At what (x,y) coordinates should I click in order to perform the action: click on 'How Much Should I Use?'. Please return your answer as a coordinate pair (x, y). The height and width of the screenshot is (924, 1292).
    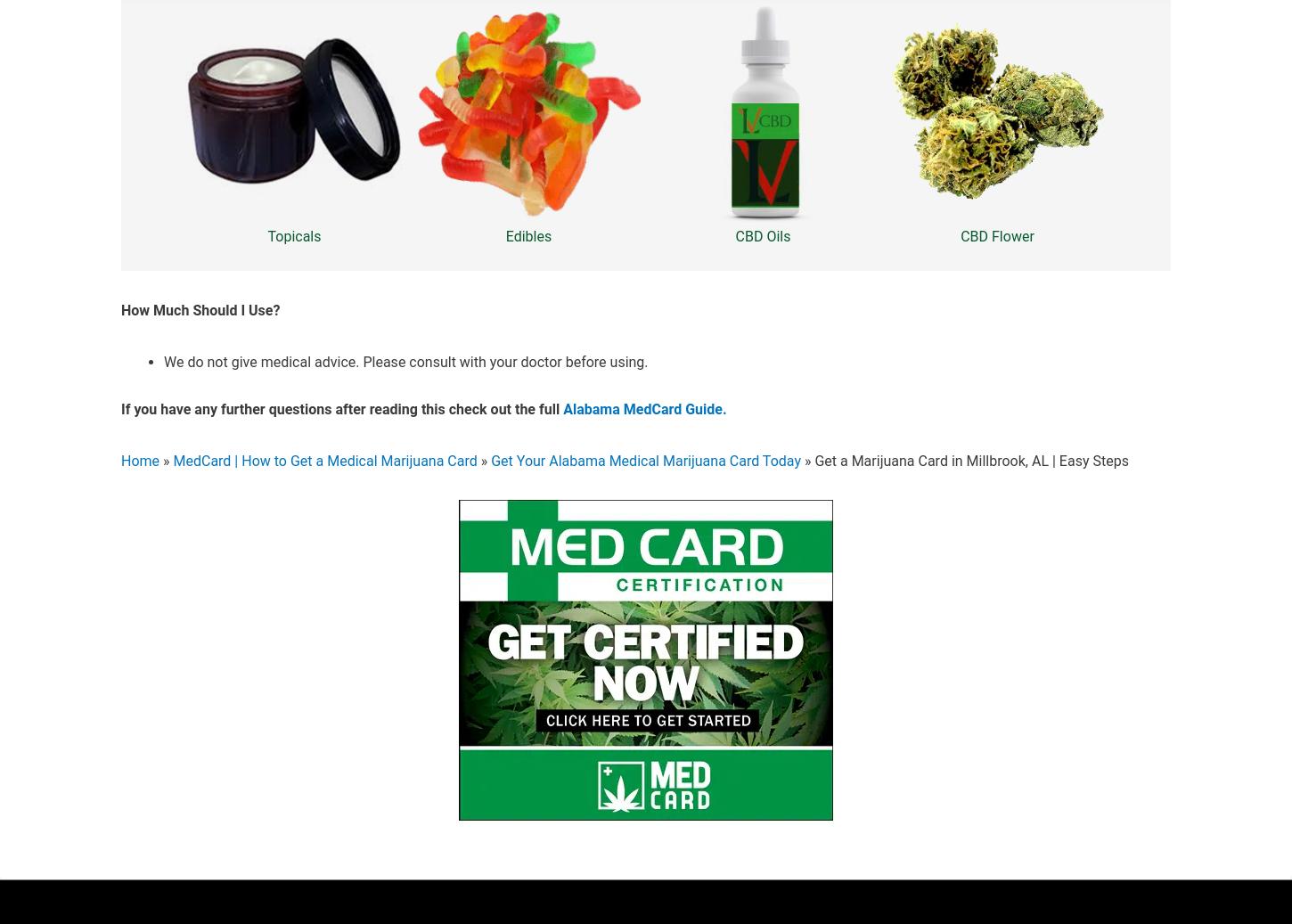
    Looking at the image, I should click on (200, 309).